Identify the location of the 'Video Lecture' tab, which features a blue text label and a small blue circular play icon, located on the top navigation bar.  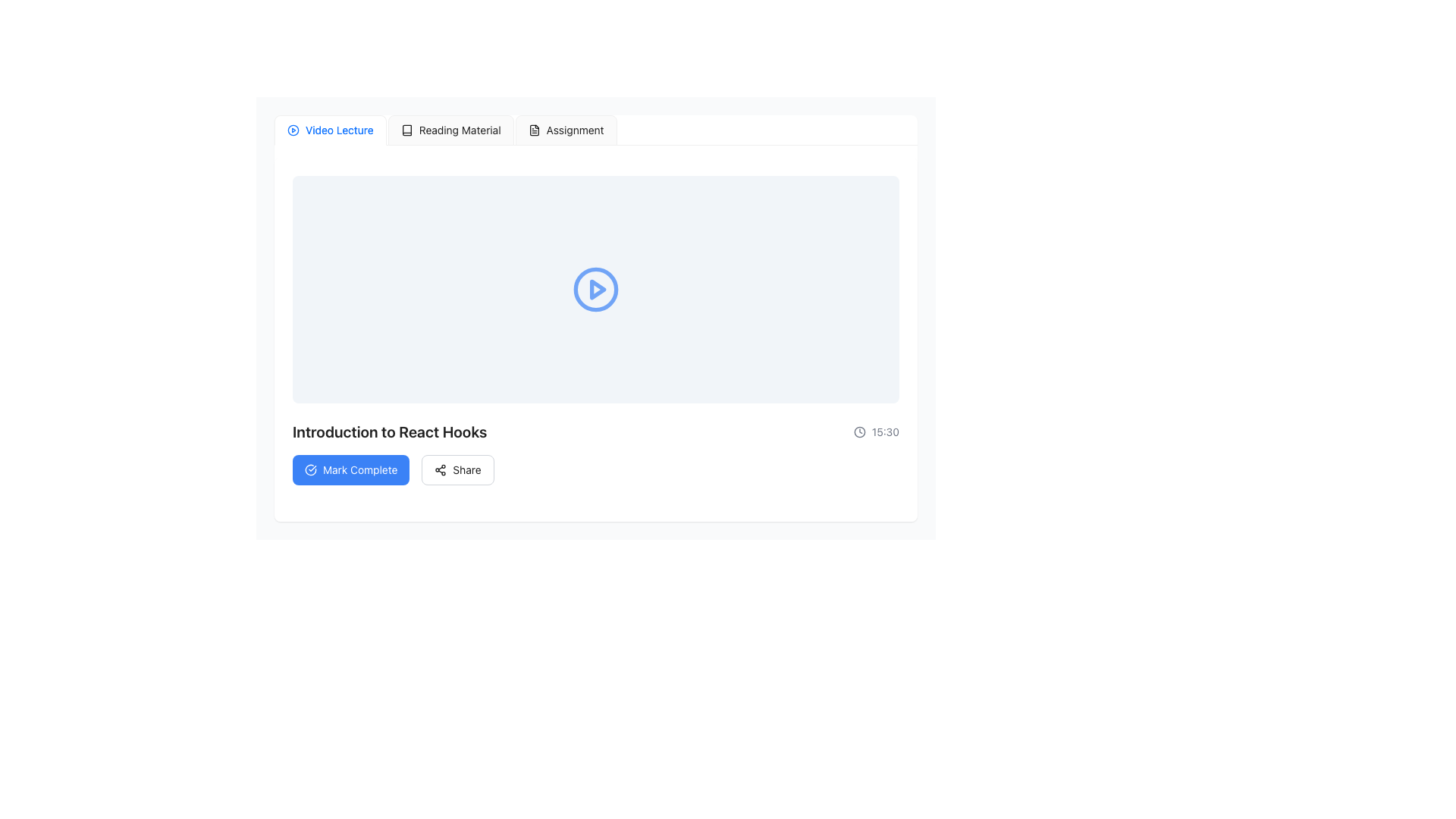
(329, 130).